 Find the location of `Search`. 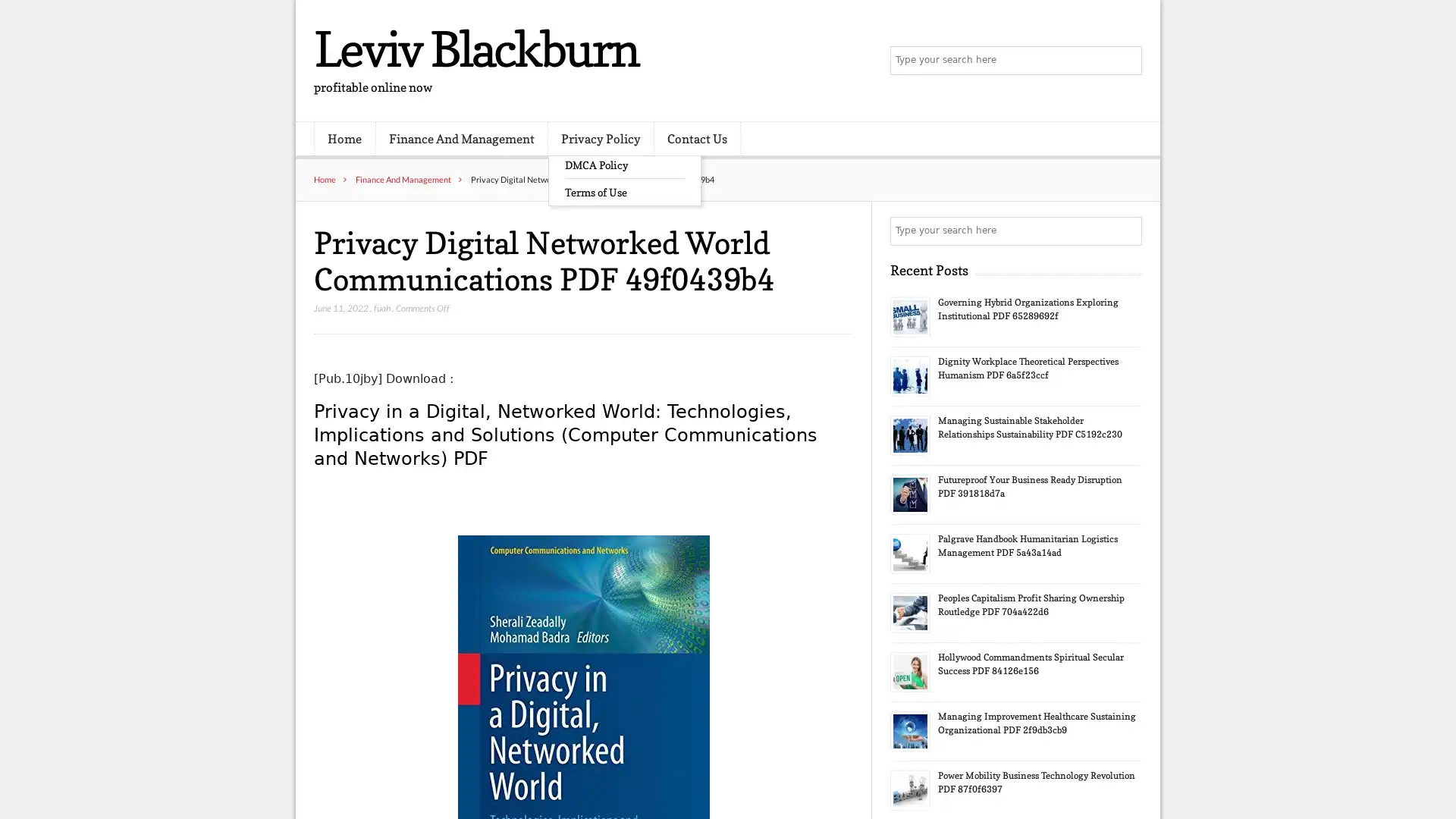

Search is located at coordinates (1126, 61).